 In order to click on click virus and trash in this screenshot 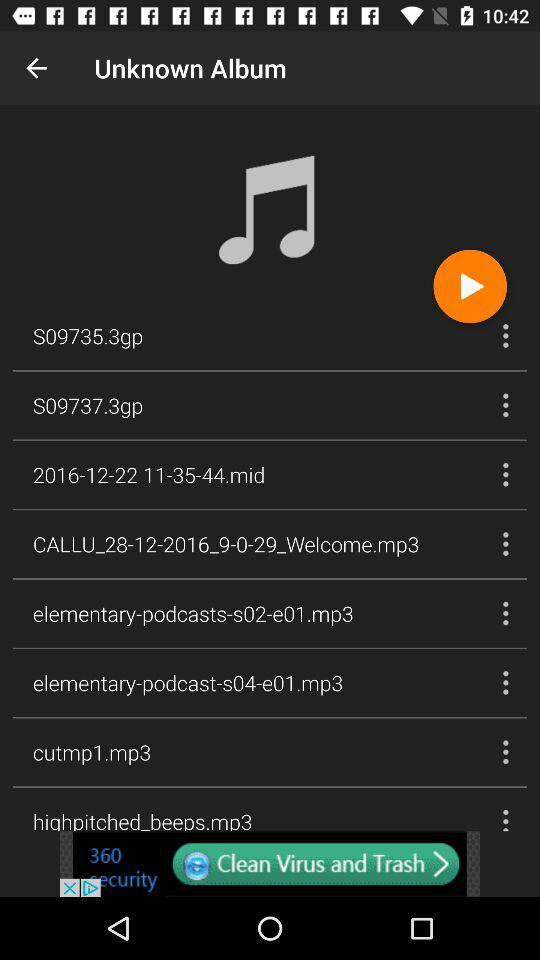, I will do `click(270, 863)`.